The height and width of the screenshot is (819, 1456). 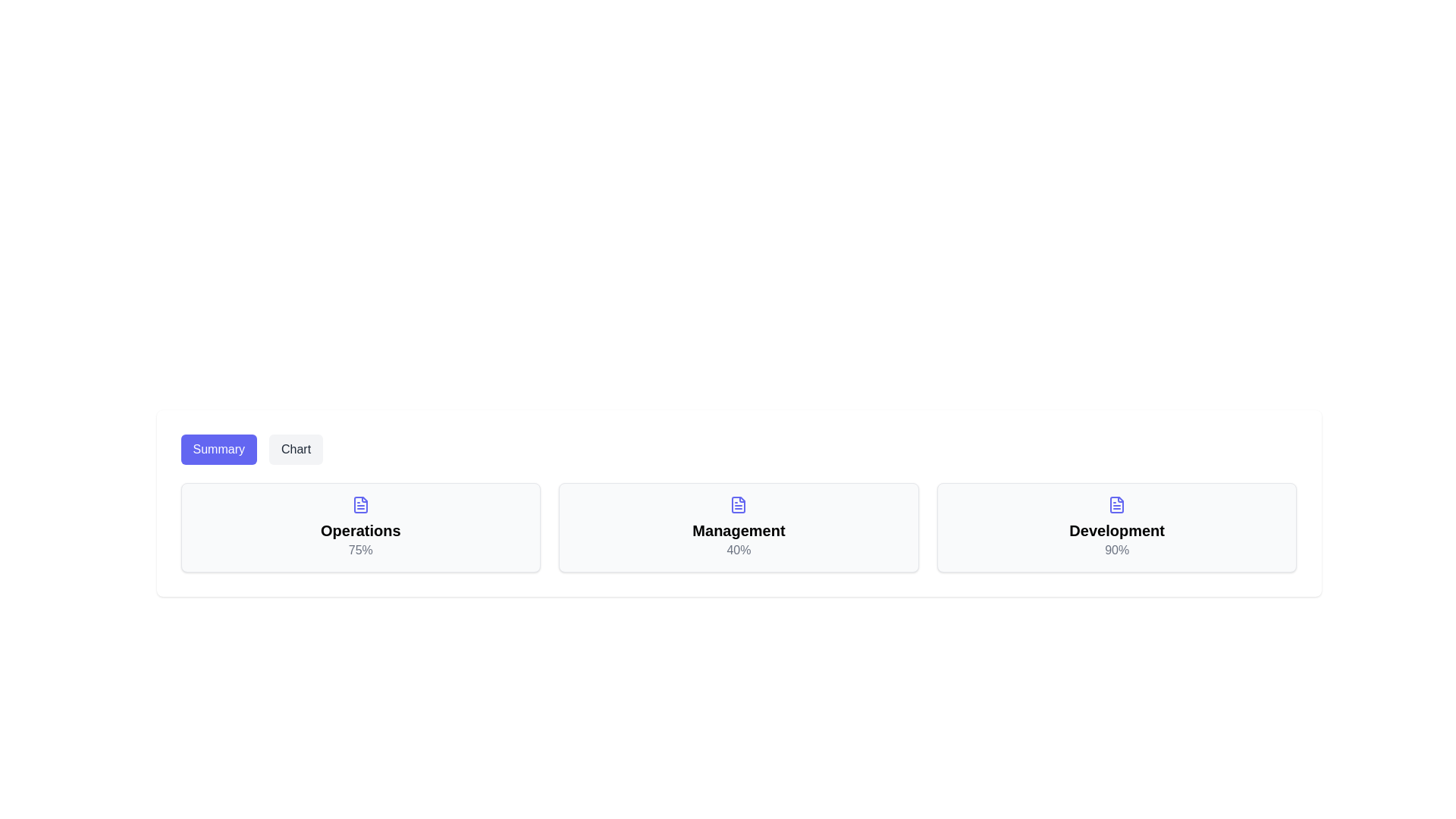 I want to click on the 'Summary' button, which is the first button in a horizontal layout of two buttons on the left side, so click(x=218, y=449).